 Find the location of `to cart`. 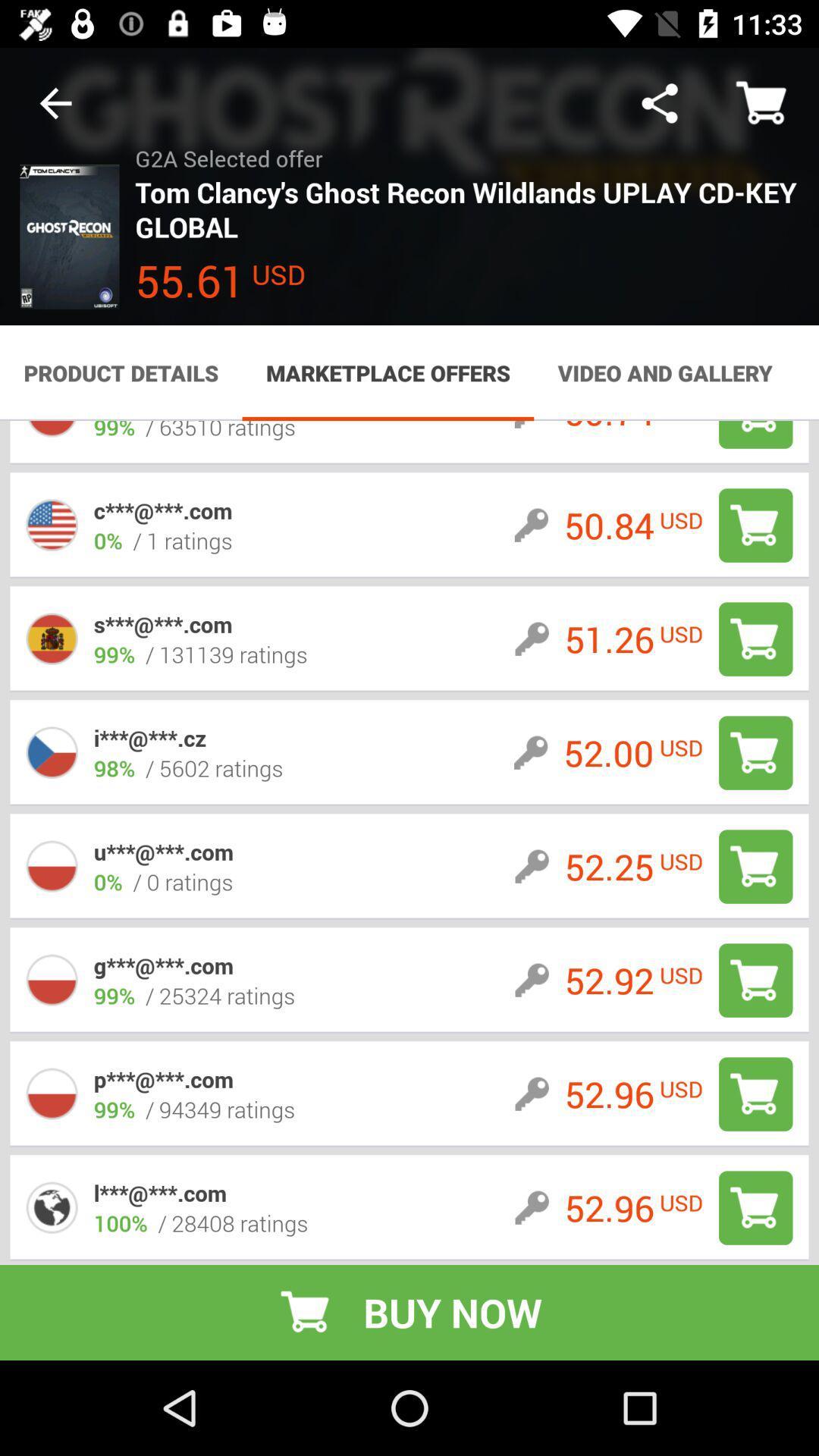

to cart is located at coordinates (755, 753).